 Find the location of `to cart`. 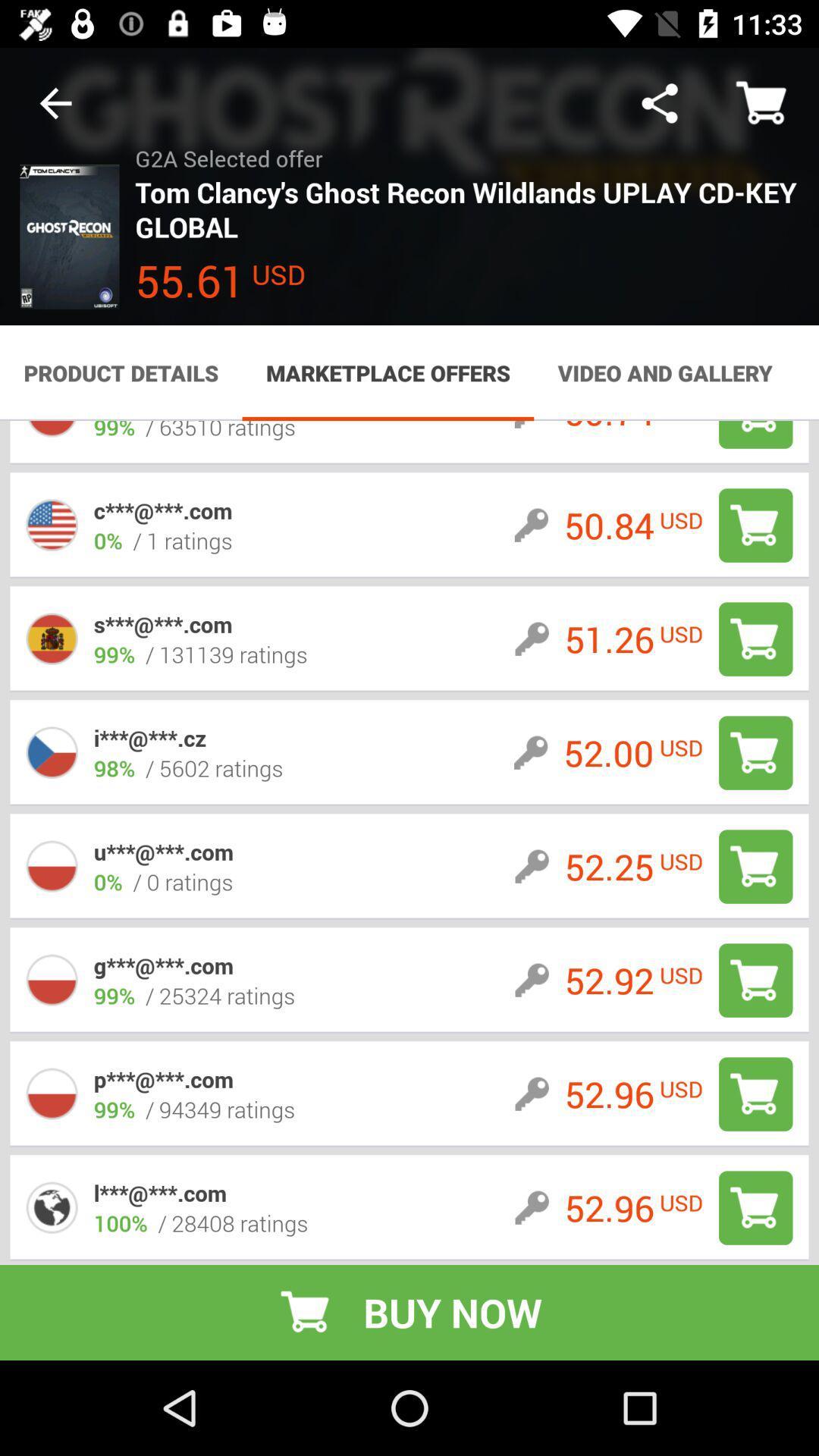

to cart is located at coordinates (755, 753).